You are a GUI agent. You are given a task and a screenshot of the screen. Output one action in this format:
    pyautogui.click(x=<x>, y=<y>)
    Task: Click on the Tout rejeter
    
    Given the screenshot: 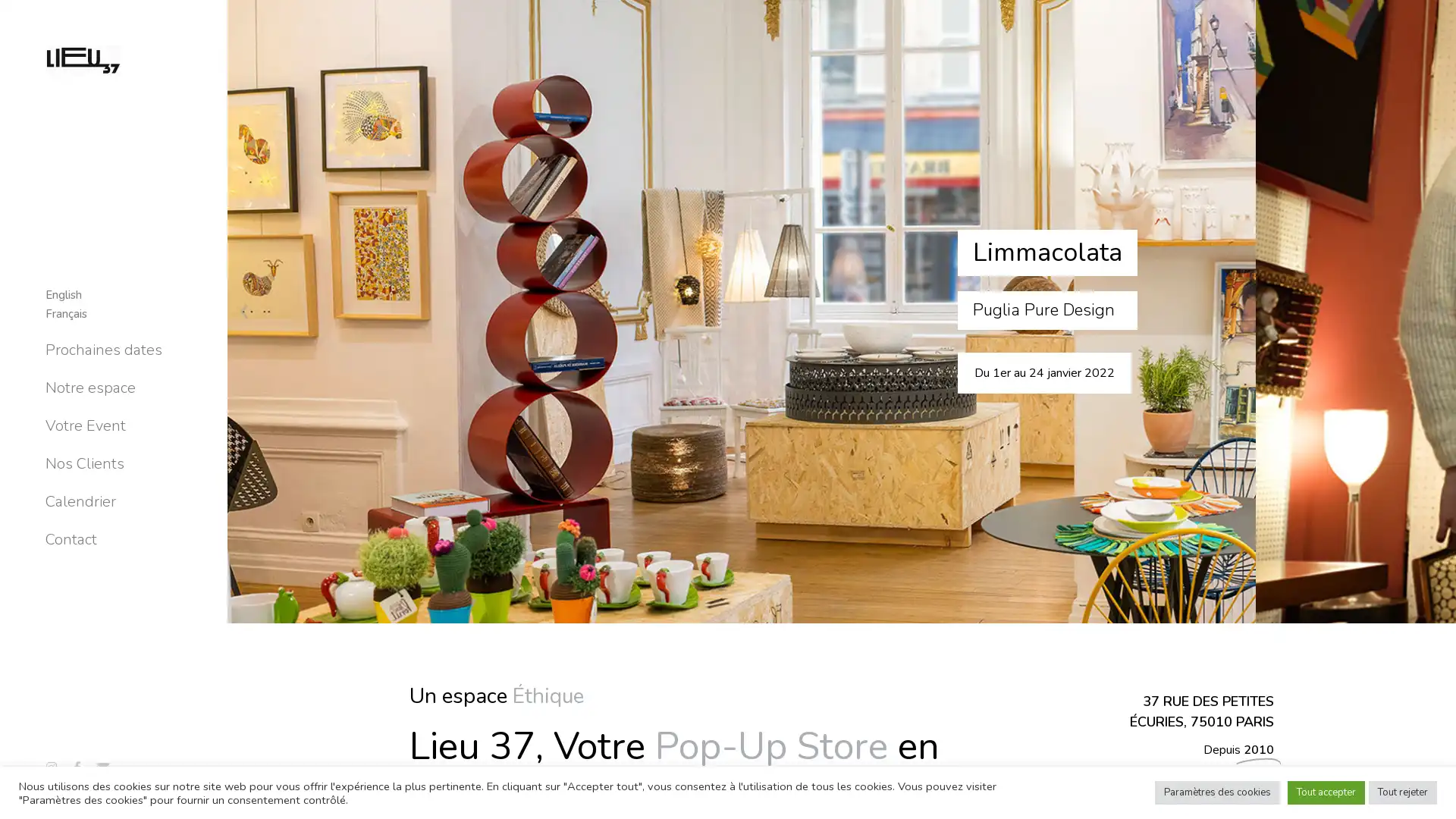 What is the action you would take?
    pyautogui.click(x=1401, y=792)
    